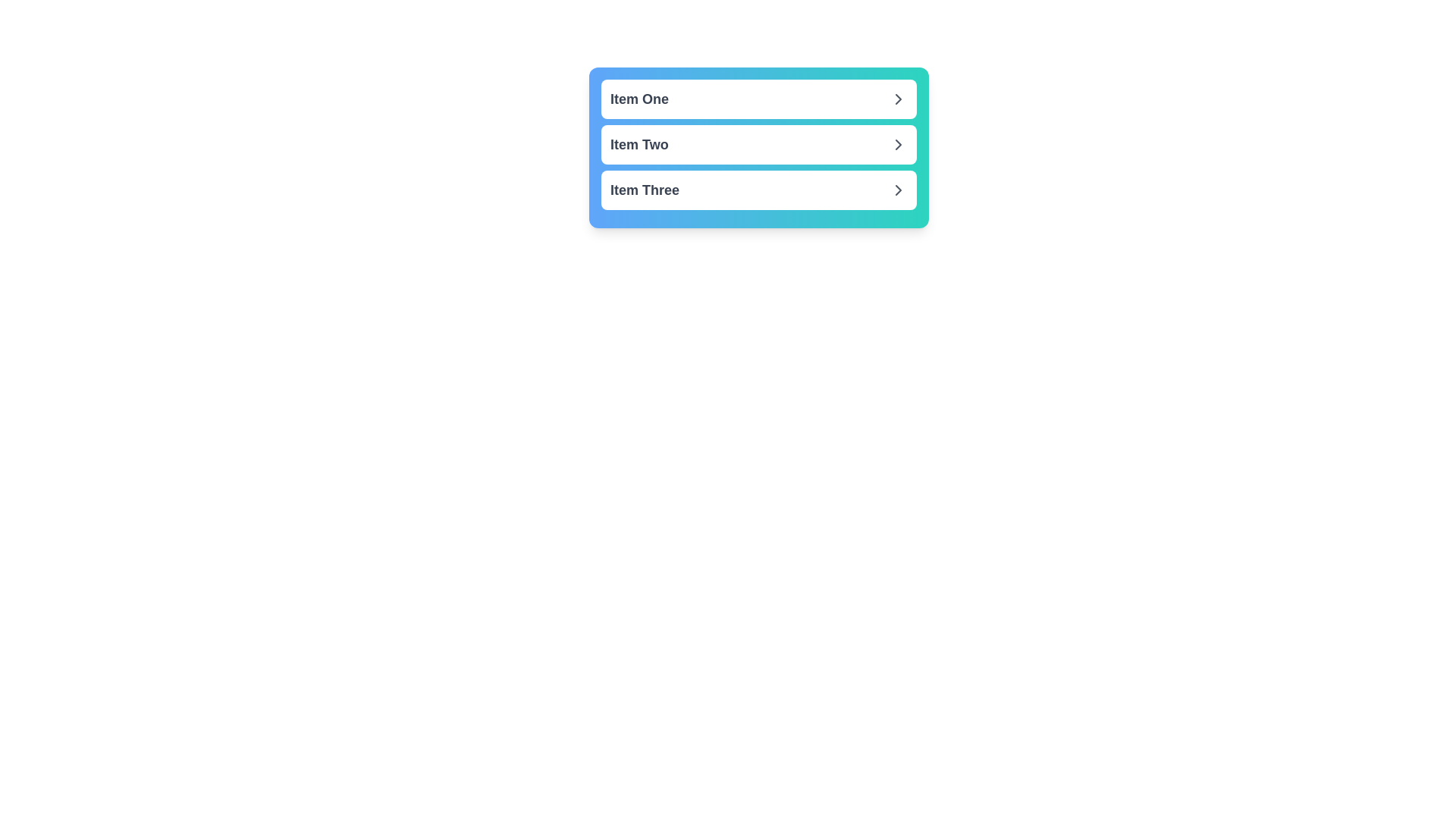 This screenshot has width=1456, height=819. I want to click on the icon located on the far right side of the 'Item Two' row, which serves as a visual indicator for further interaction, so click(899, 145).